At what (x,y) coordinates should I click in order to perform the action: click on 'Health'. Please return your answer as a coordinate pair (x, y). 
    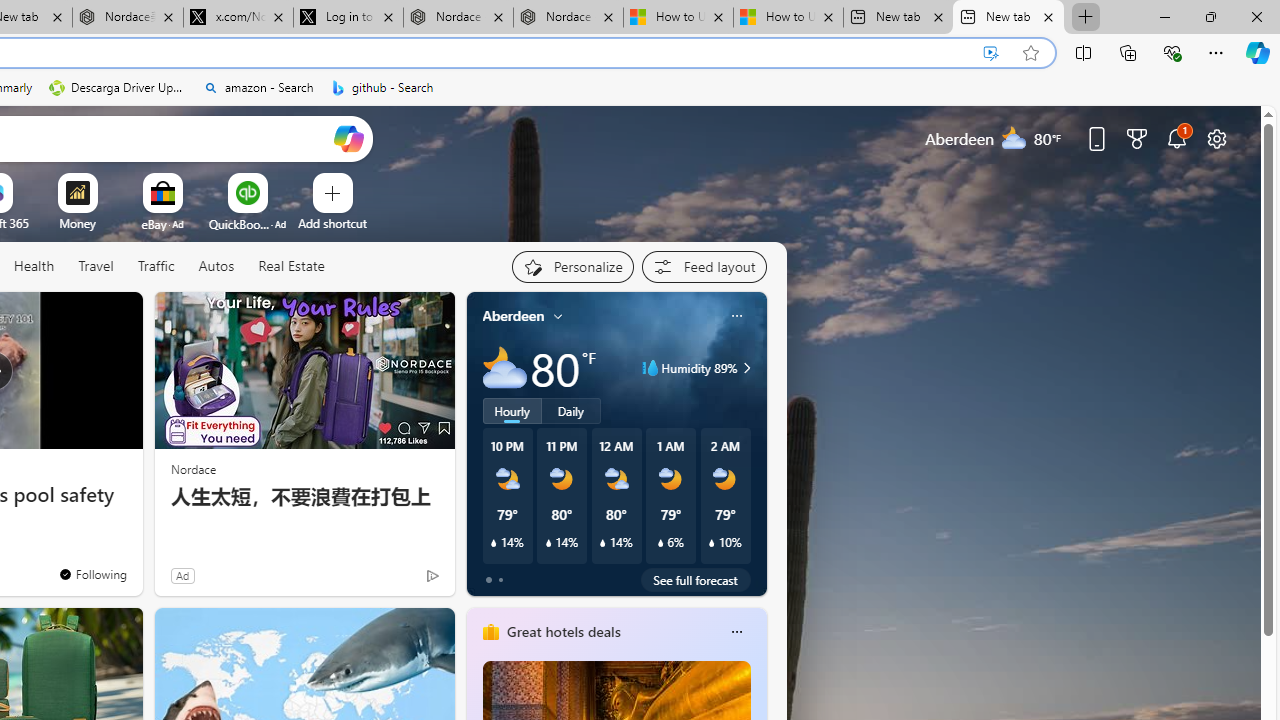
    Looking at the image, I should click on (33, 266).